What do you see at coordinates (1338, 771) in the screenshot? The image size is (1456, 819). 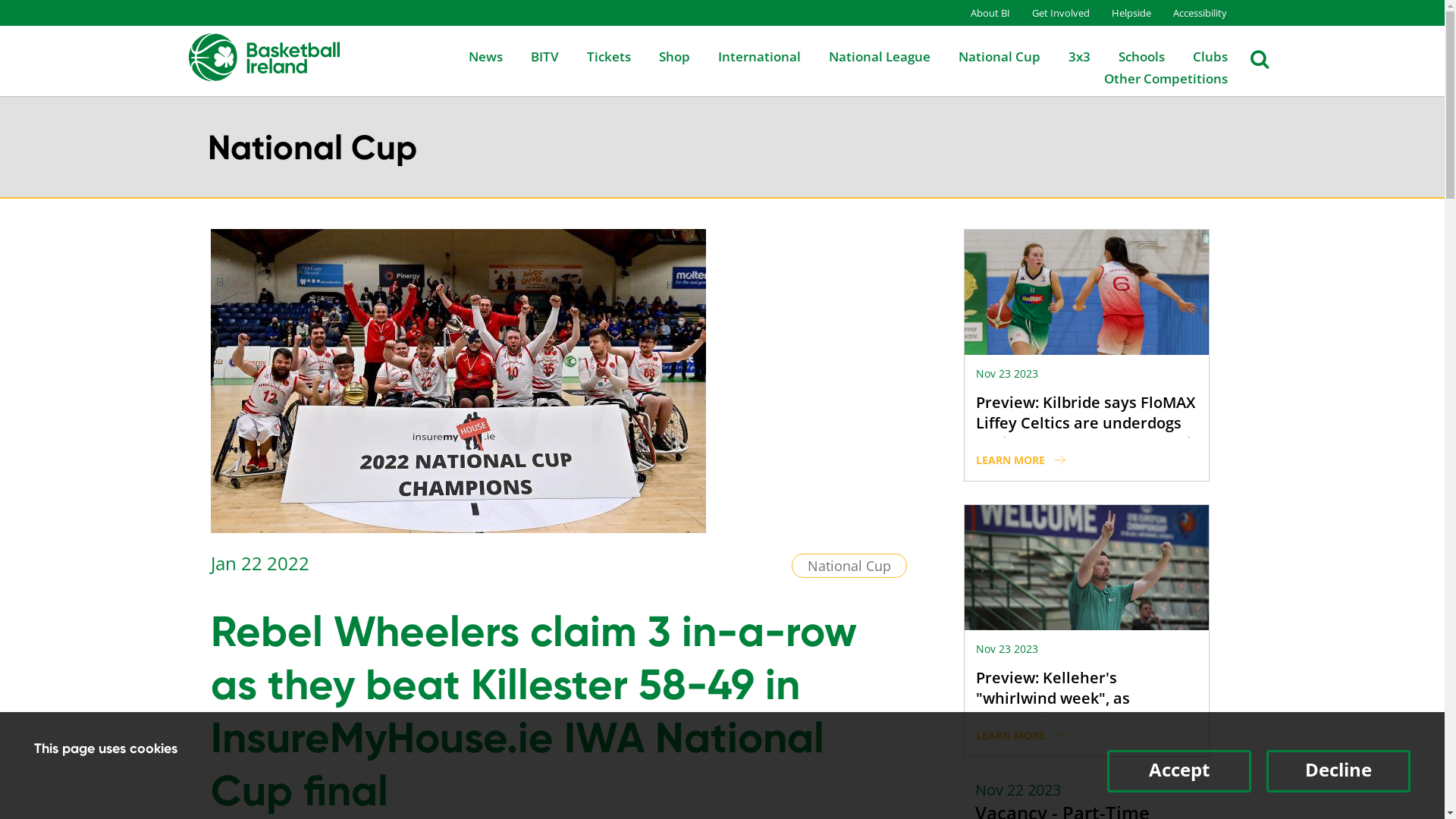 I see `'Decline'` at bounding box center [1338, 771].